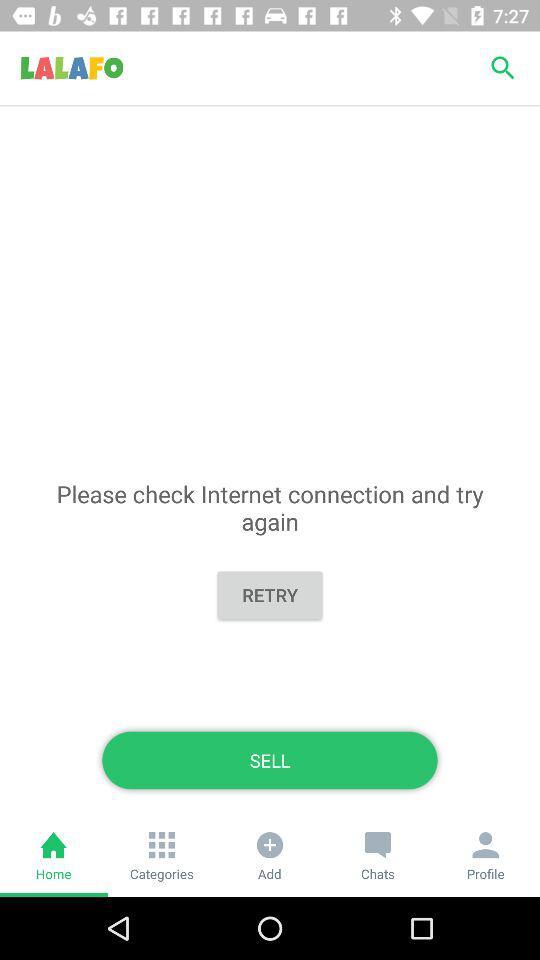  What do you see at coordinates (270, 595) in the screenshot?
I see `the retry item` at bounding box center [270, 595].